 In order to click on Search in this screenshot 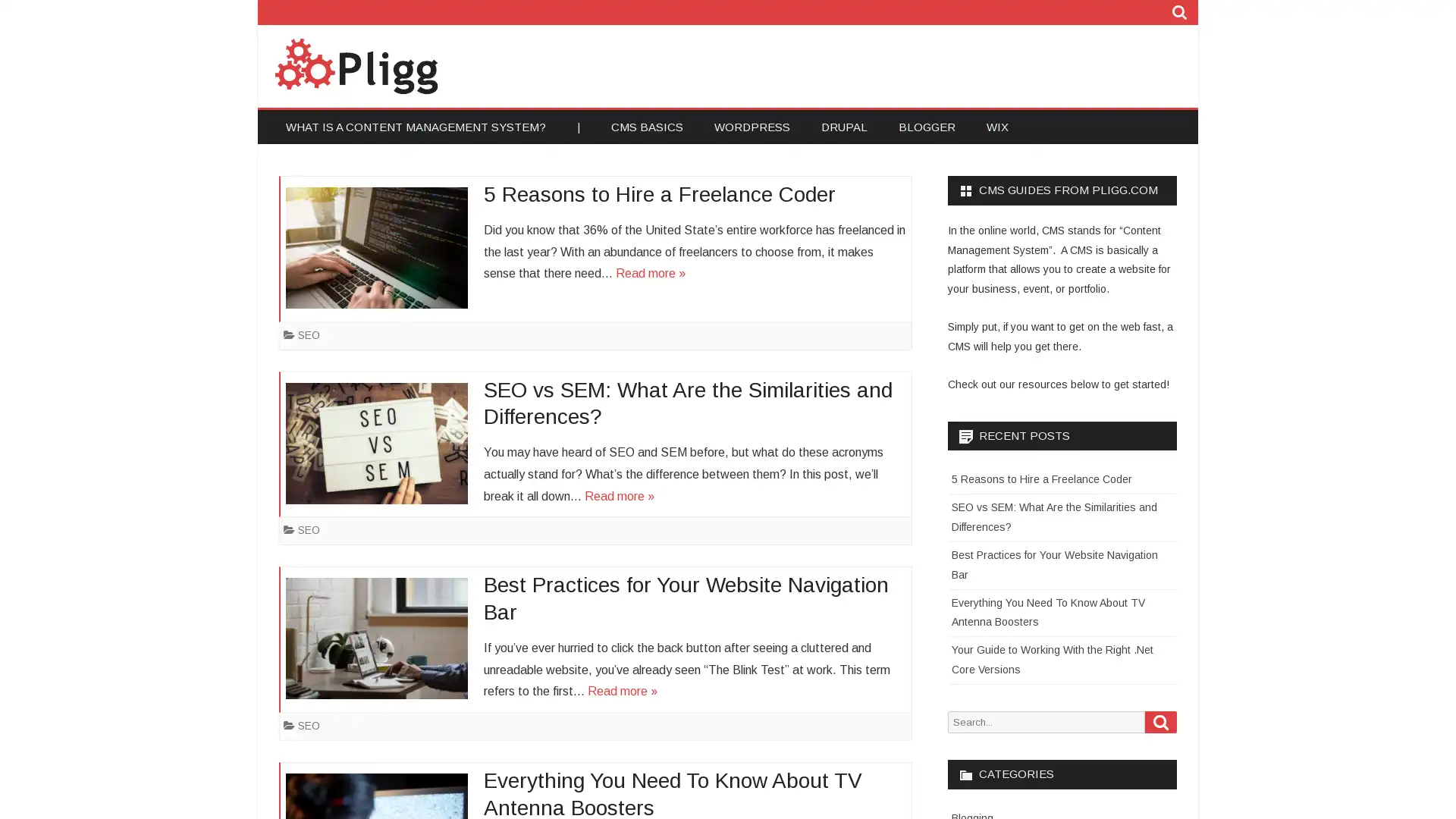, I will do `click(1160, 720)`.